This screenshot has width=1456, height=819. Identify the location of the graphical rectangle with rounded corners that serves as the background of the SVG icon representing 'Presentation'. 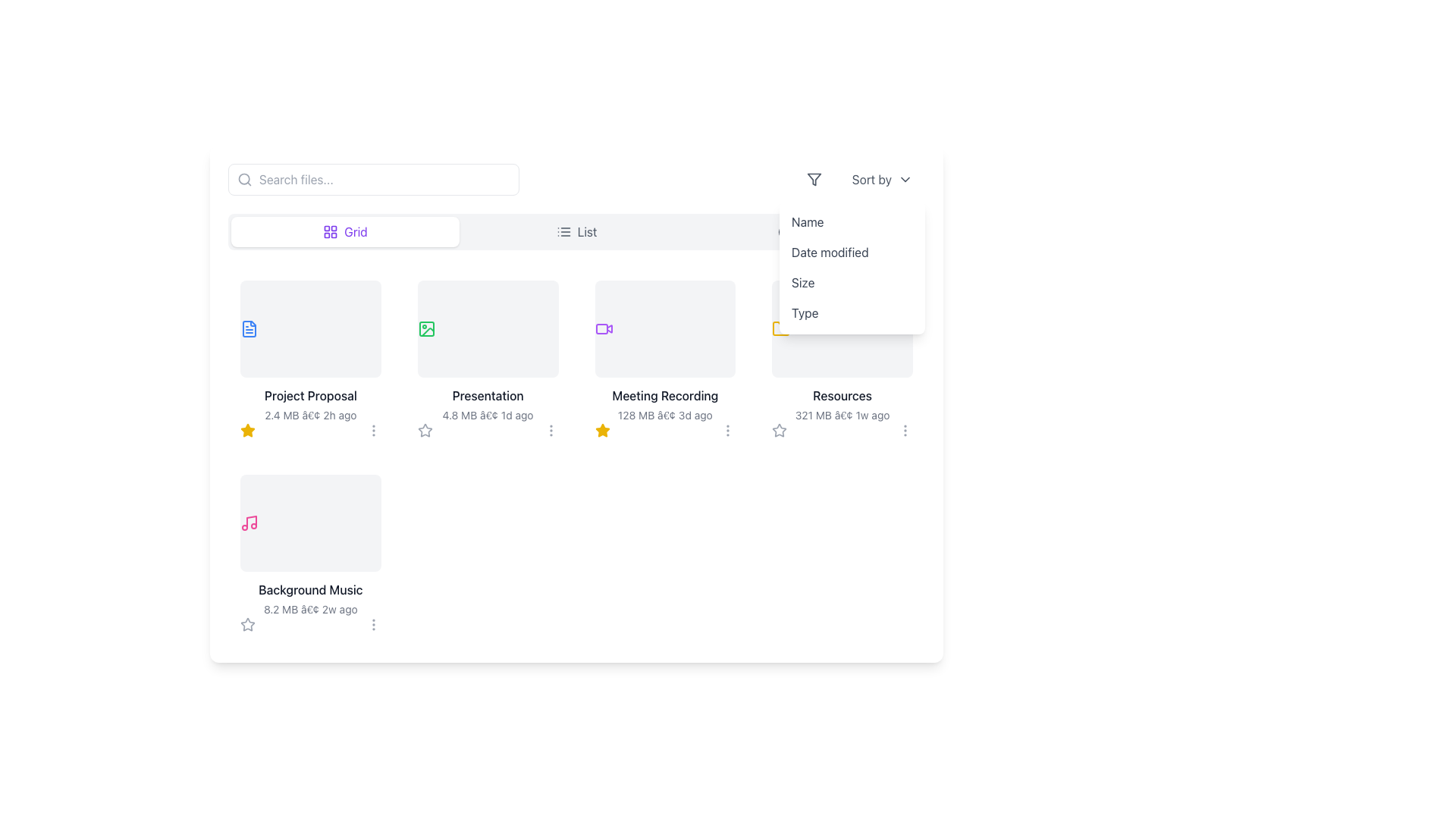
(425, 328).